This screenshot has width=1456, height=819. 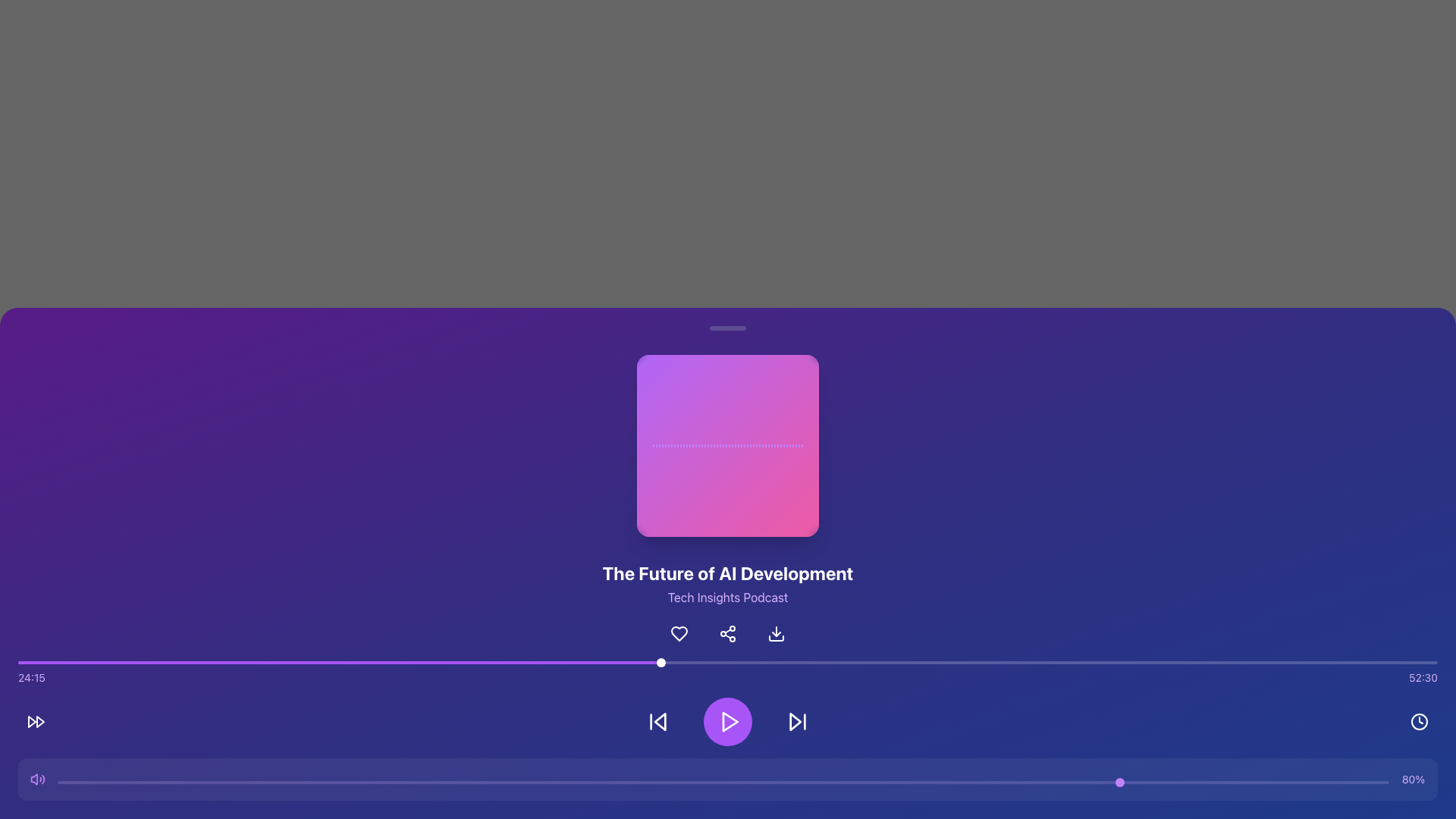 I want to click on progress, so click(x=491, y=662).